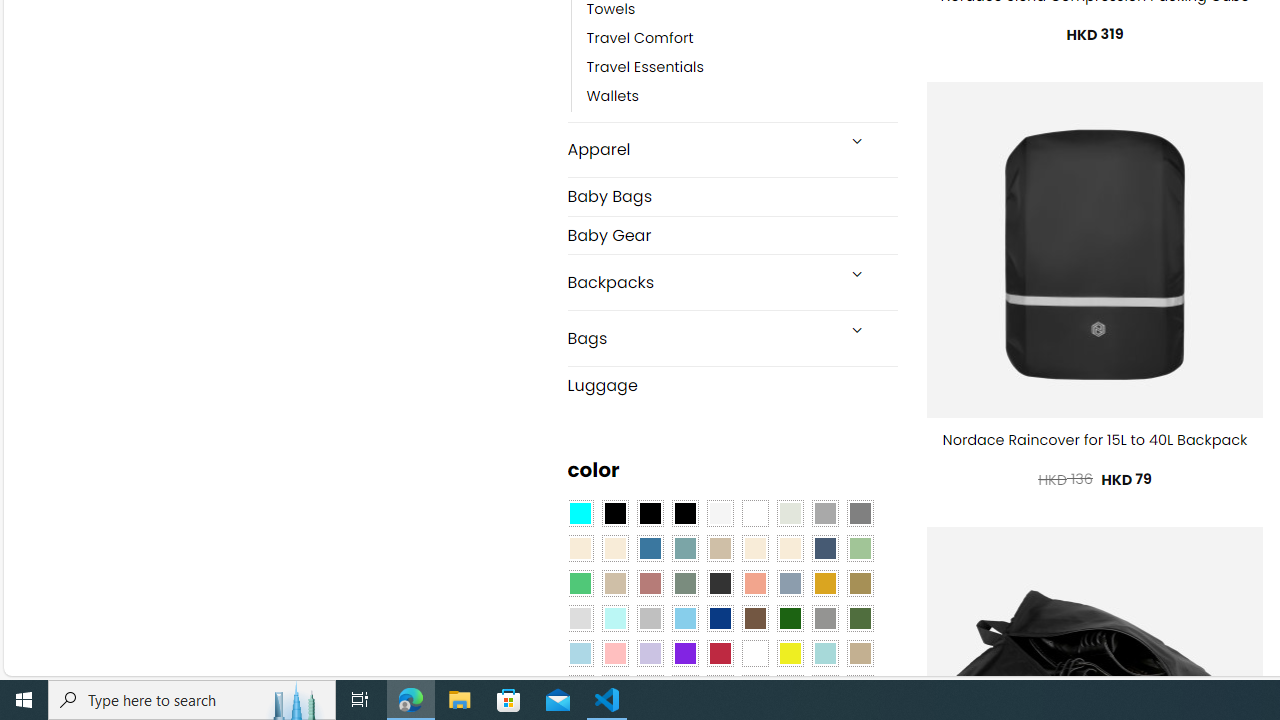 The image size is (1280, 720). I want to click on 'Beige', so click(578, 549).